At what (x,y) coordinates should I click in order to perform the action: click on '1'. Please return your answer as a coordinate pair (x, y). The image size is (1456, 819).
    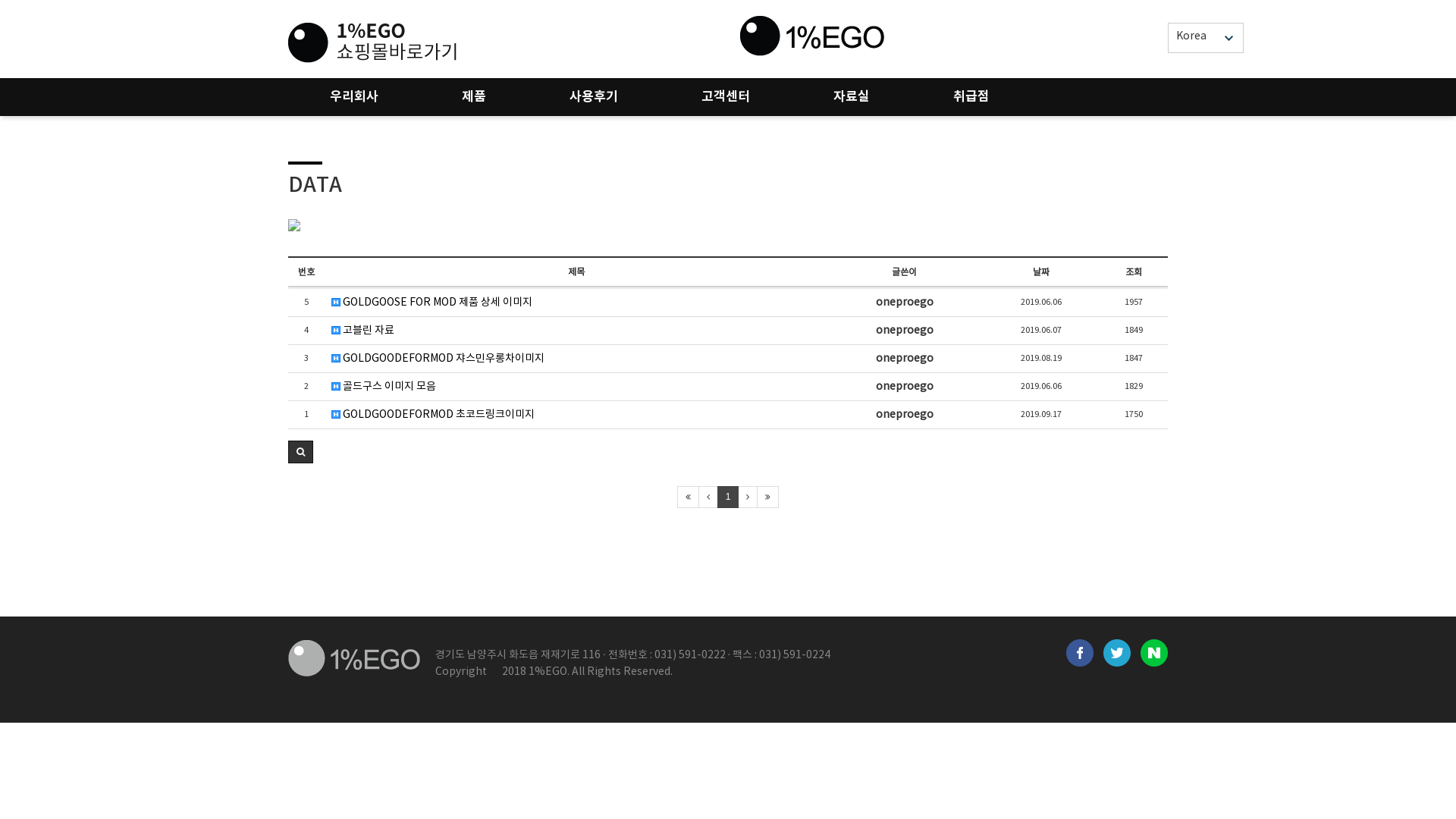
    Looking at the image, I should click on (728, 497).